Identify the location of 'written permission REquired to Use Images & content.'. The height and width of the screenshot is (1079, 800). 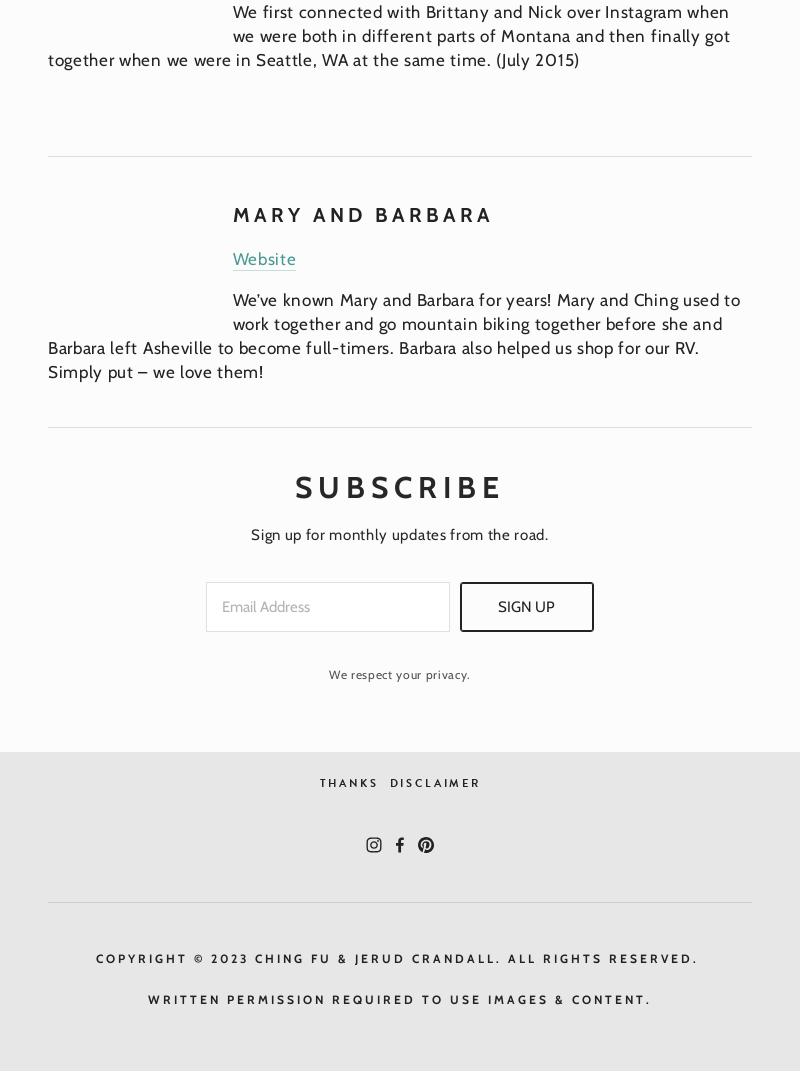
(400, 999).